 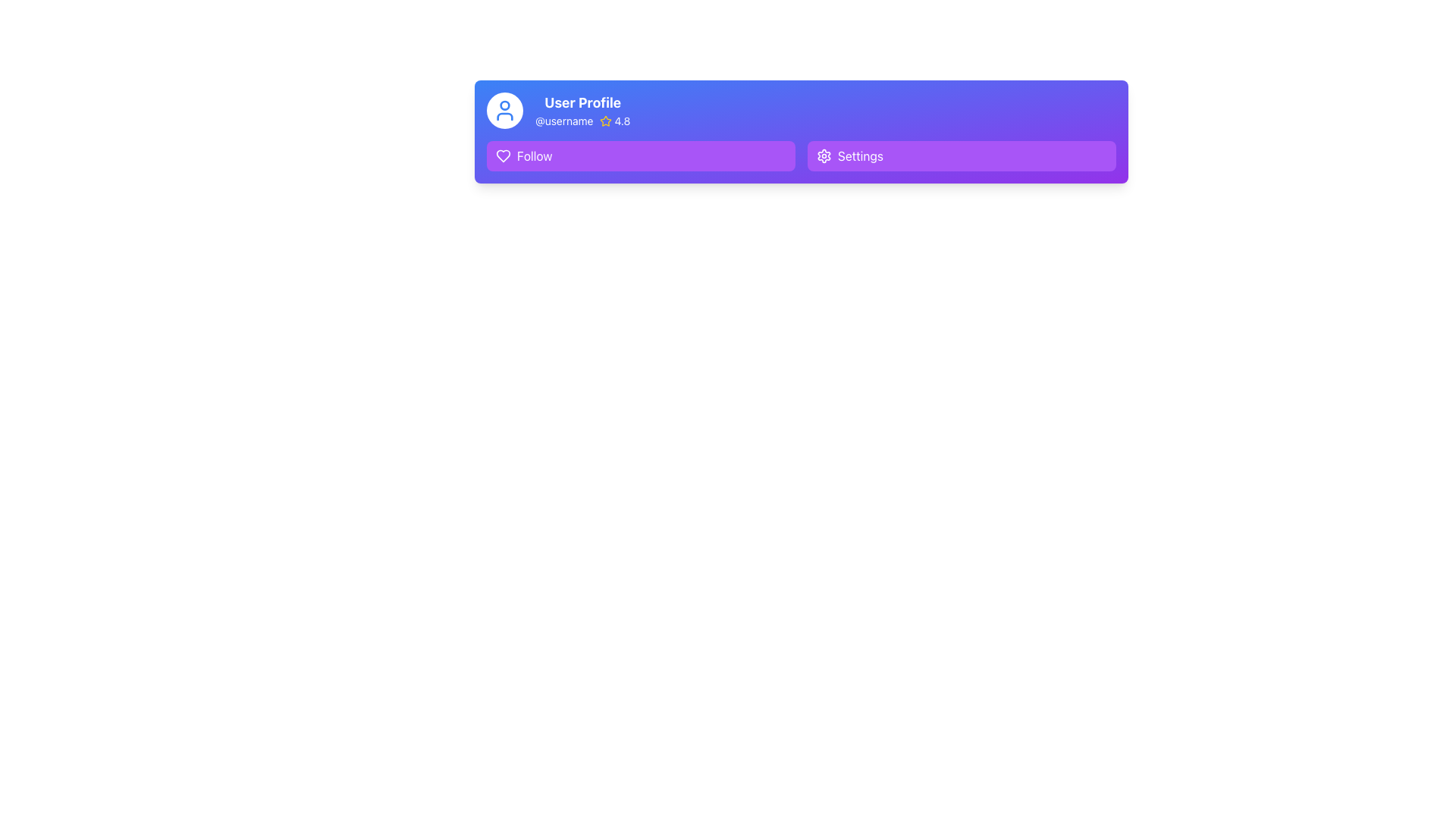 What do you see at coordinates (505, 110) in the screenshot?
I see `the user icon, which is represented by a blue icon shaped like a user with a circled head and curved body, located within a white circular background to the left of the 'User Profile' text on a large purple bar` at bounding box center [505, 110].